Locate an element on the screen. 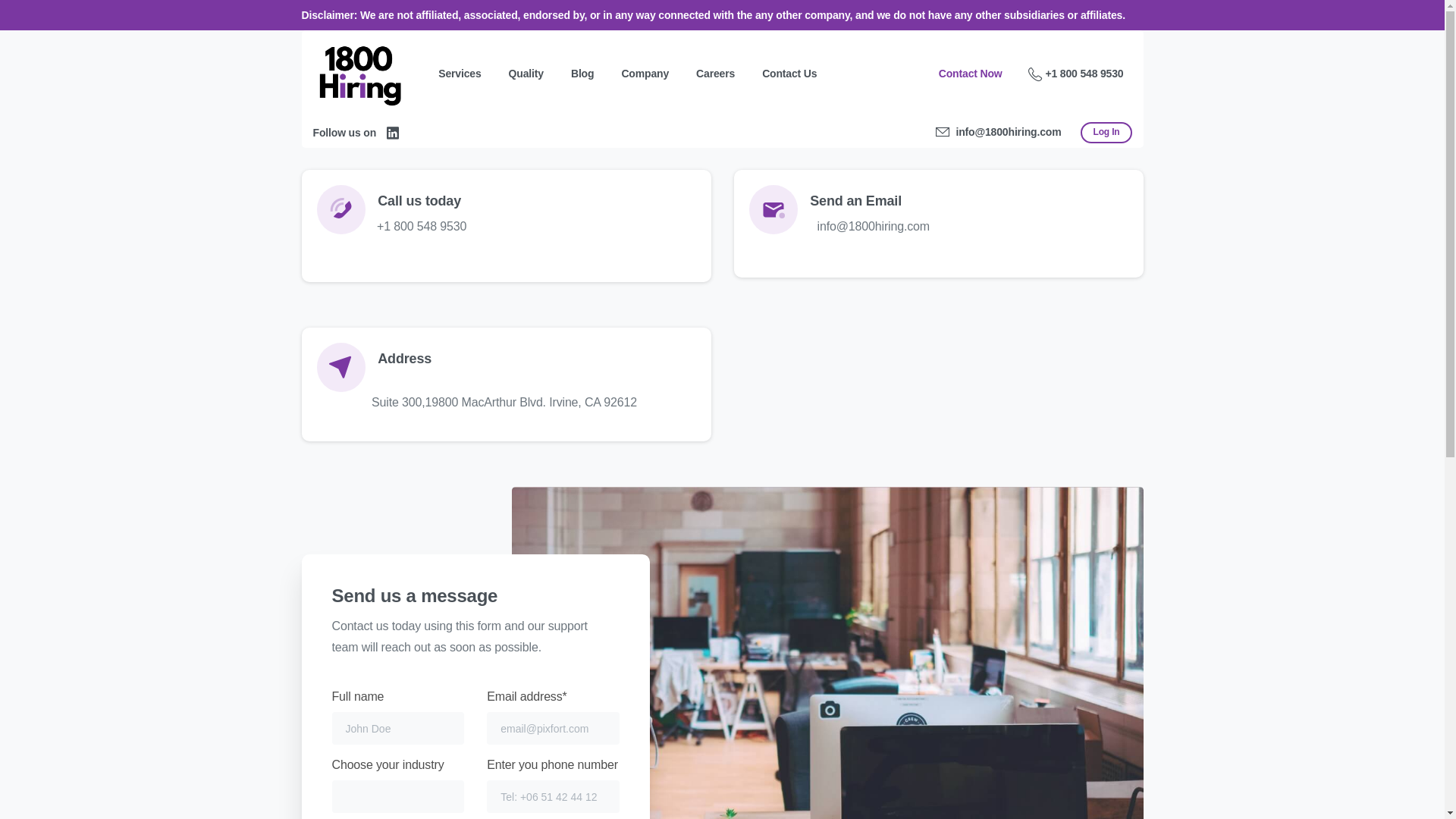 This screenshot has width=1456, height=819. 'Contact Us' is located at coordinates (789, 74).